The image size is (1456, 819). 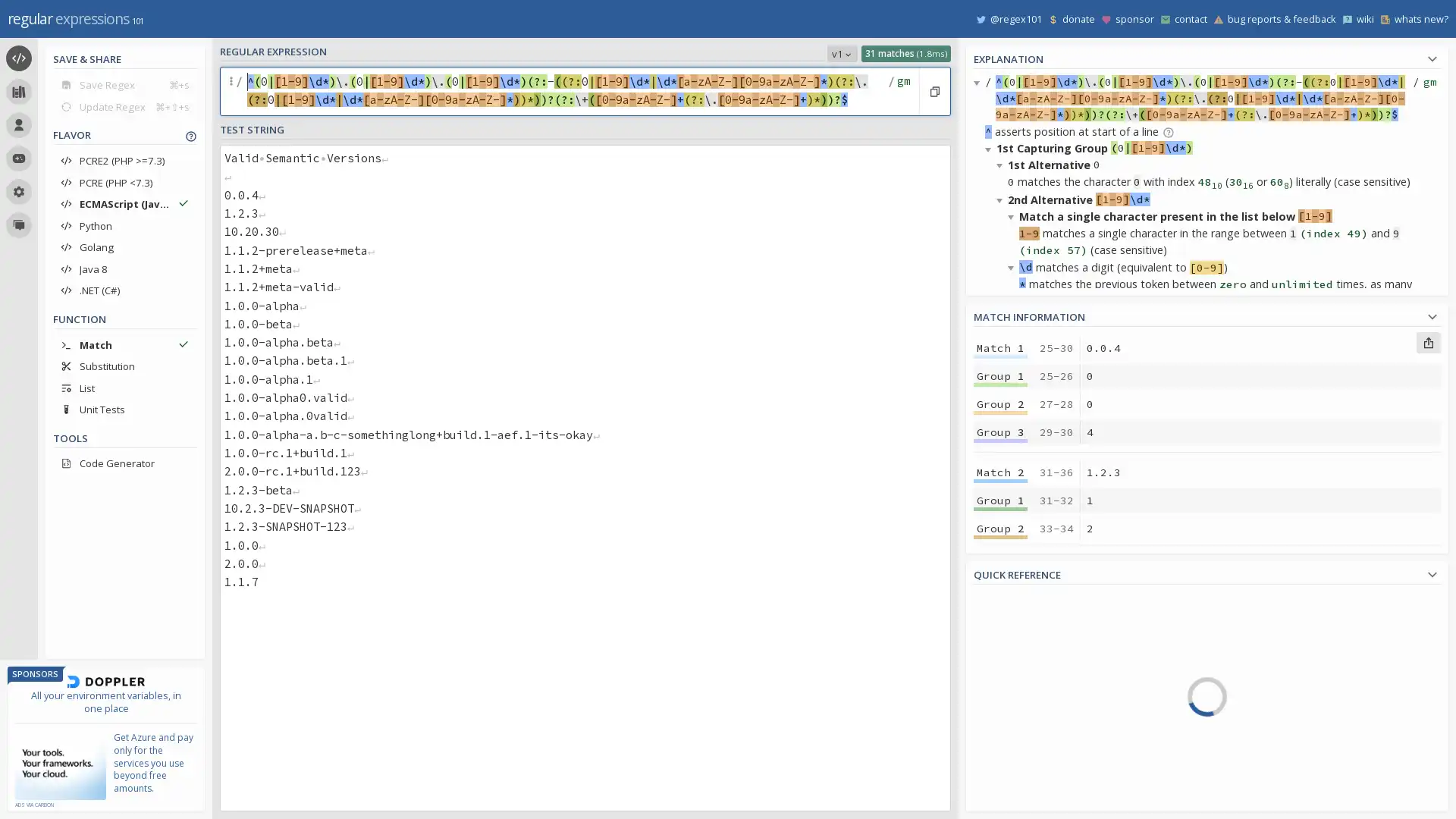 I want to click on Meta Sequences, so click(x=1044, y=716).